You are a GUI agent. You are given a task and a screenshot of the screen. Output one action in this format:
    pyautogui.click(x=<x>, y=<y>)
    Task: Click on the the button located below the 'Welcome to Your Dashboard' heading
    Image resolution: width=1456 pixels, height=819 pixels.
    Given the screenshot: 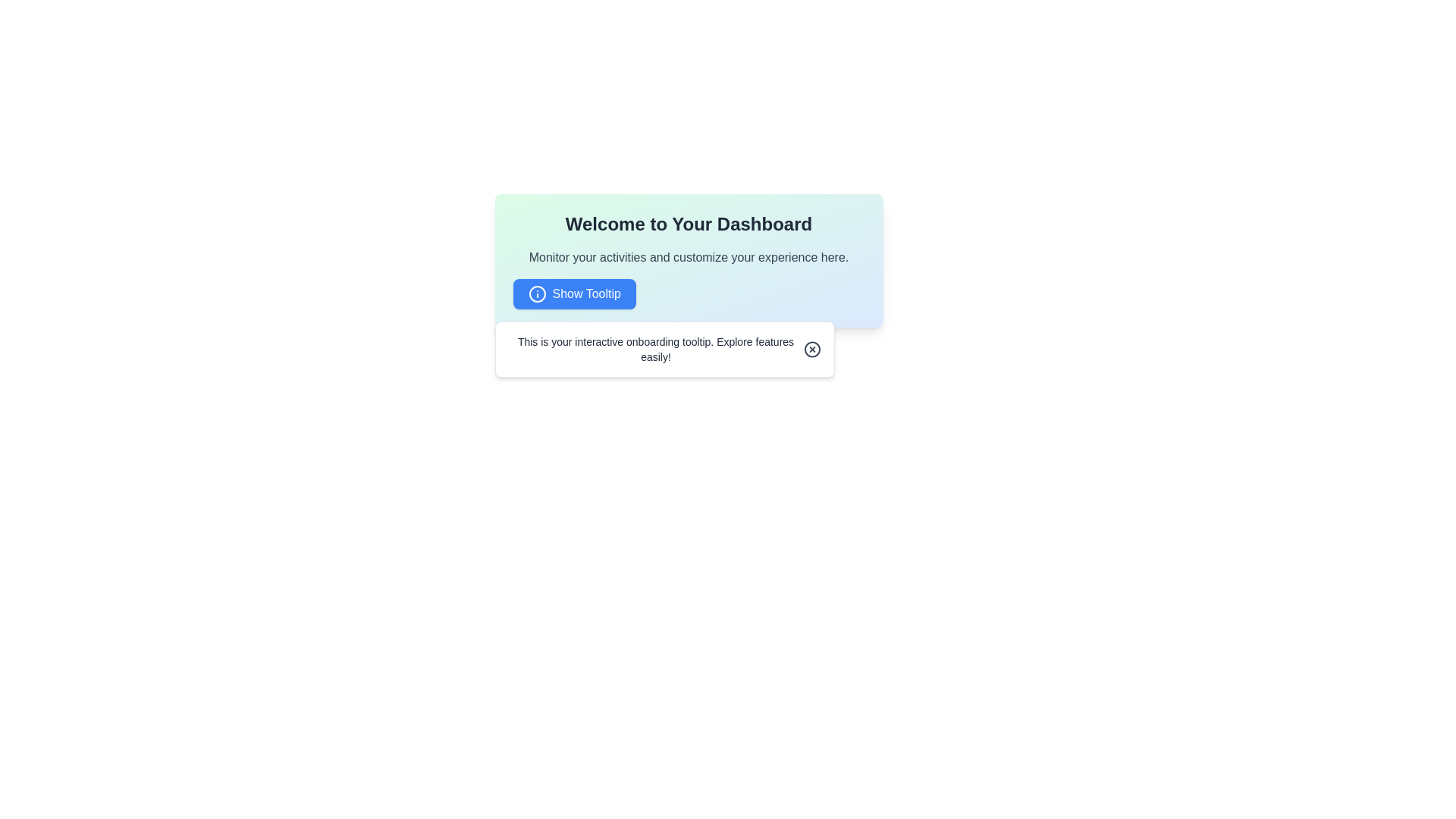 What is the action you would take?
    pyautogui.click(x=573, y=294)
    